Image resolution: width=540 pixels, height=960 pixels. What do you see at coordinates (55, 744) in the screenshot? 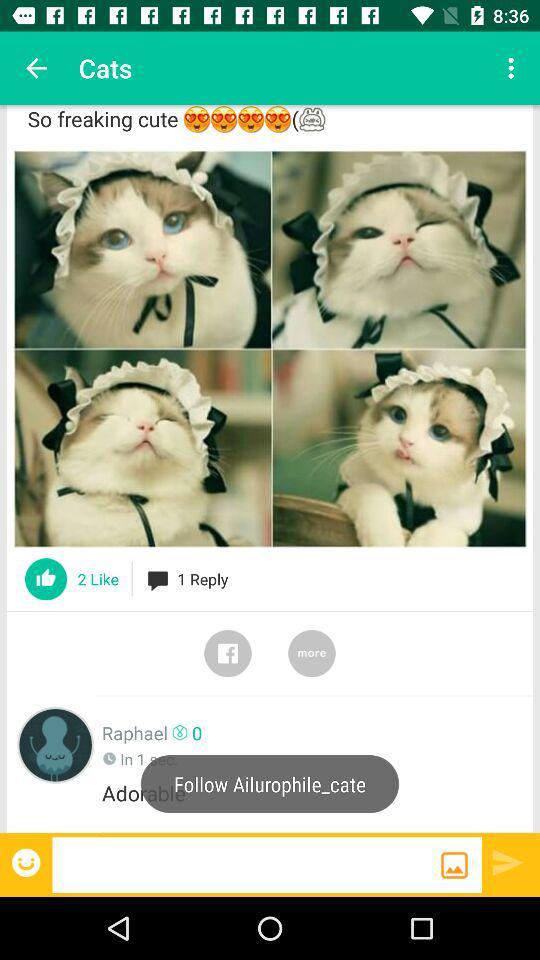
I see `cartoon character` at bounding box center [55, 744].